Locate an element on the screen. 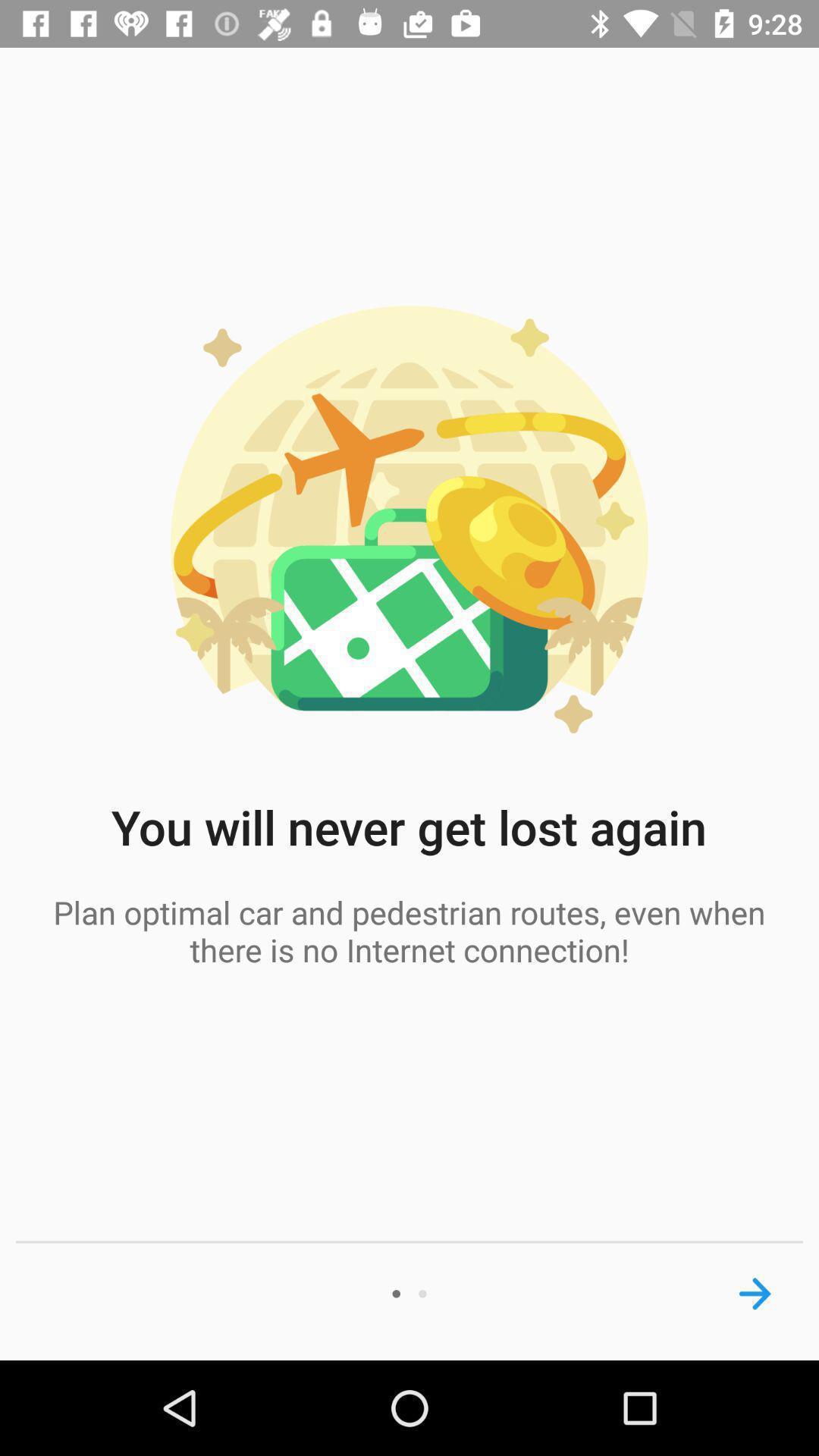 Image resolution: width=819 pixels, height=1456 pixels. the icon at the bottom right corner is located at coordinates (755, 1293).